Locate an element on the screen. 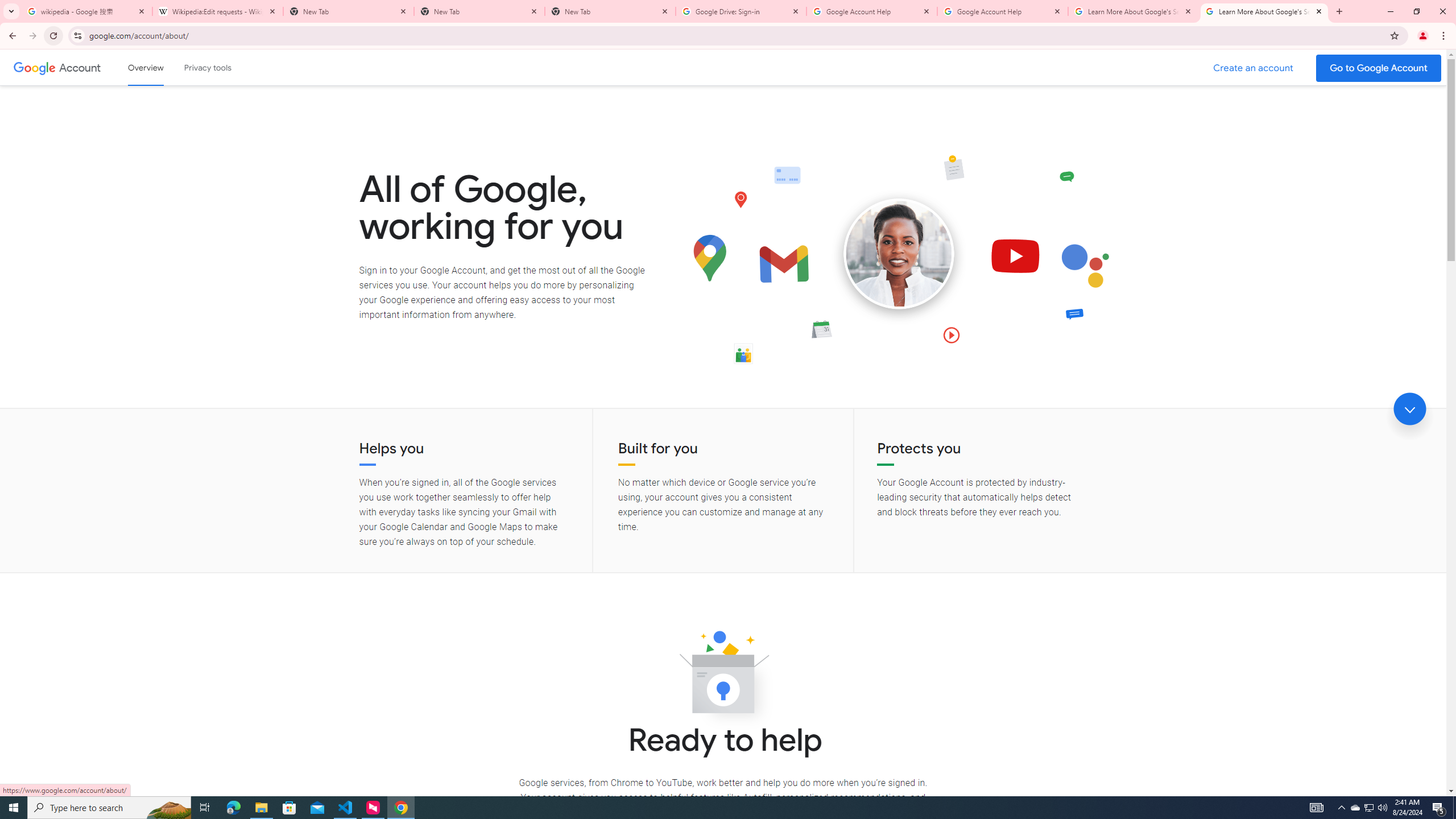 Image resolution: width=1456 pixels, height=819 pixels. 'Google Account' is located at coordinates (81, 67).